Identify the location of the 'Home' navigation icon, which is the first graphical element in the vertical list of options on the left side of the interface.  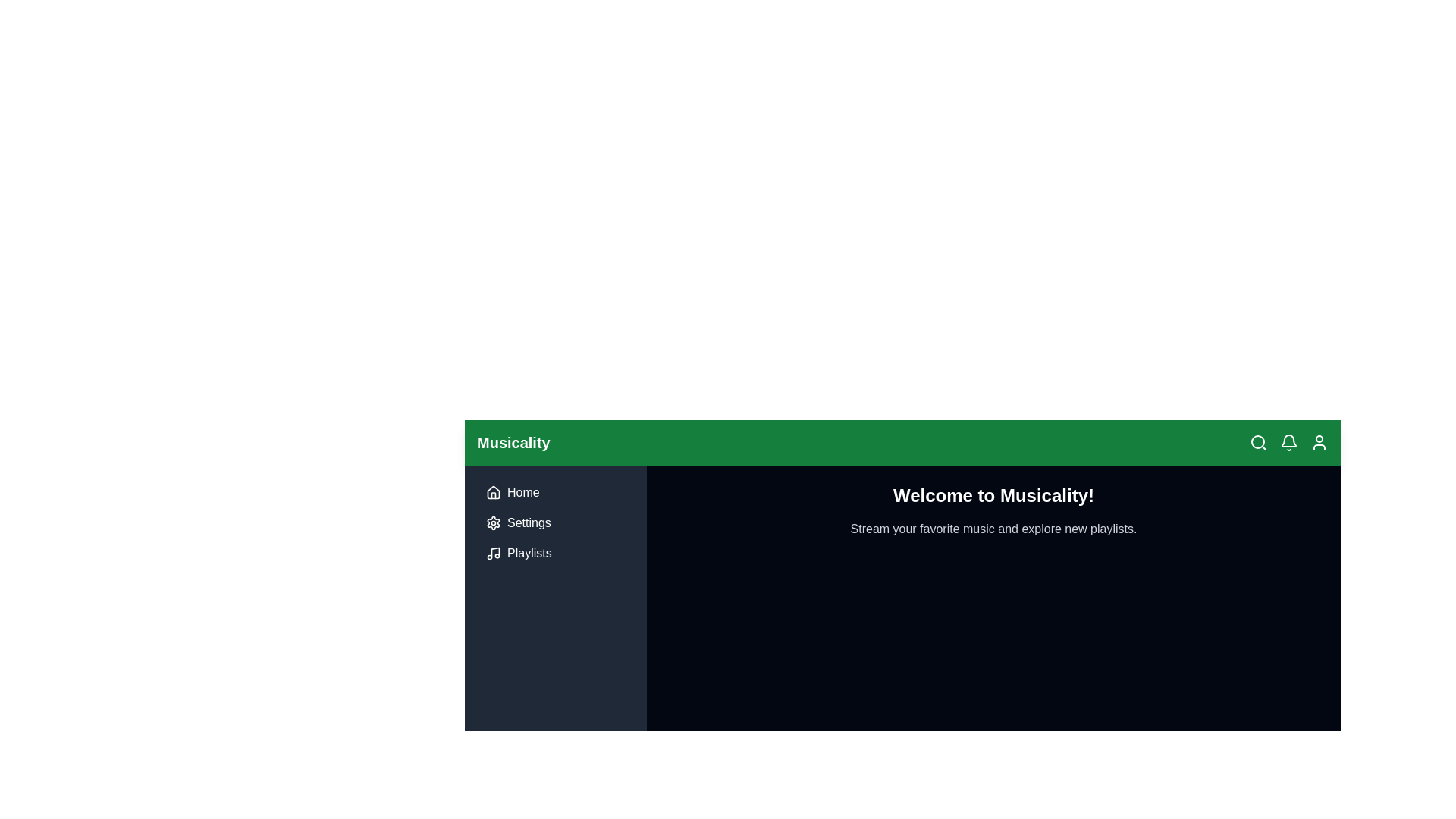
(494, 493).